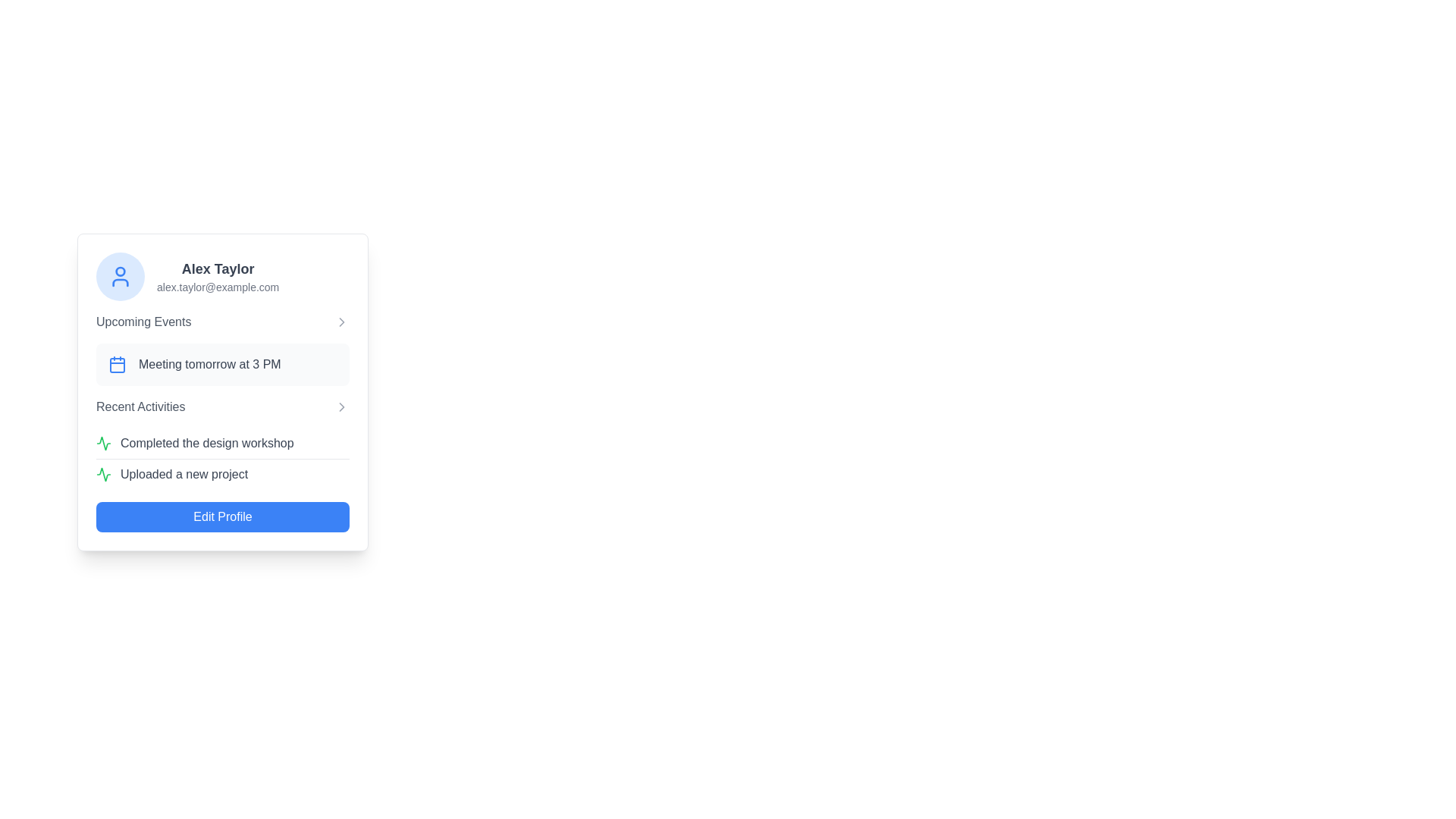  Describe the element at coordinates (341, 406) in the screenshot. I see `the arrow icon indicating navigation to the detailed view of the 'Recent Activities' section` at that location.